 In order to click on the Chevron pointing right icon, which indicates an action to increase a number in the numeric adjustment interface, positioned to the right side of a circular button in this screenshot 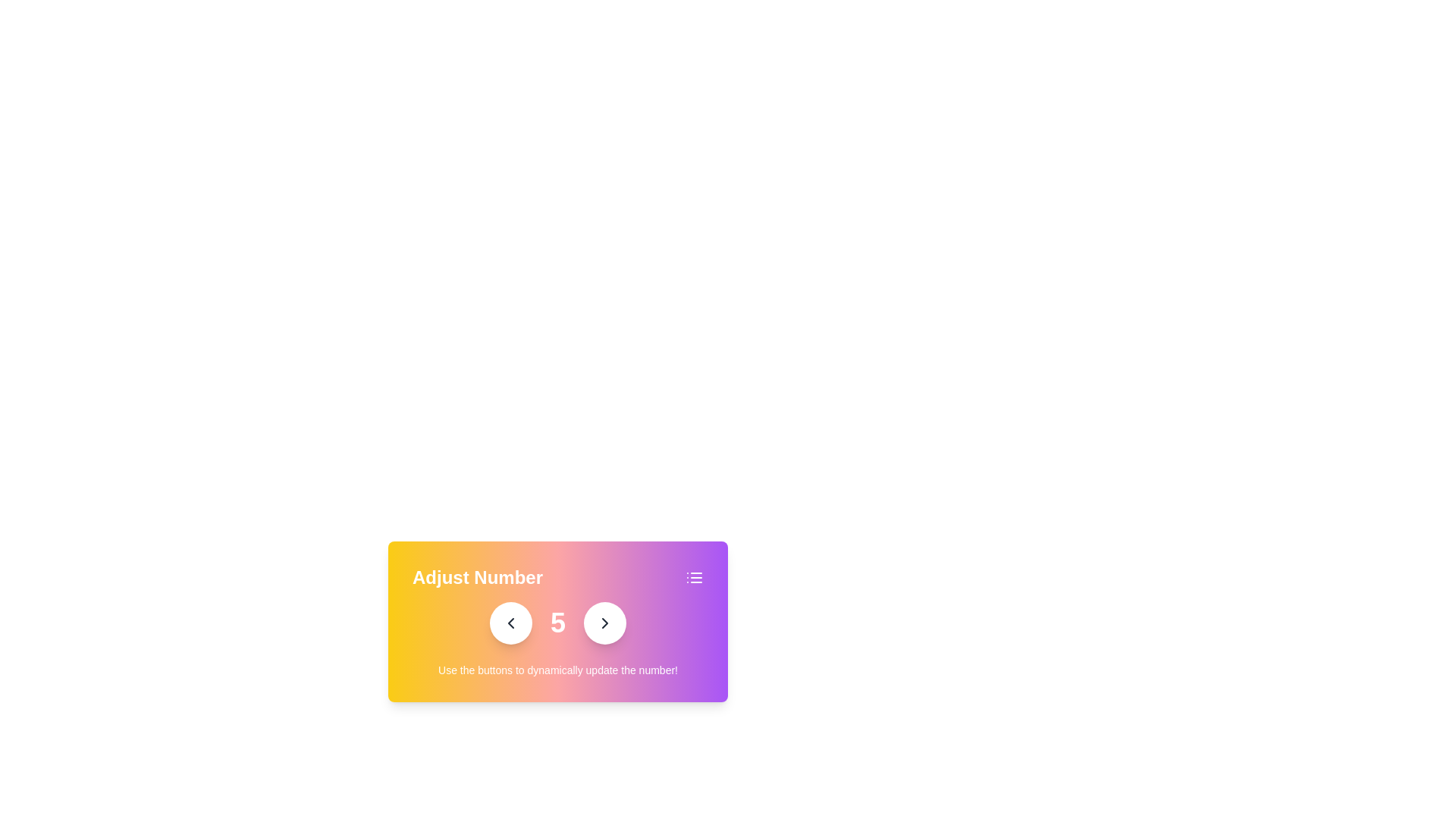, I will do `click(604, 623)`.